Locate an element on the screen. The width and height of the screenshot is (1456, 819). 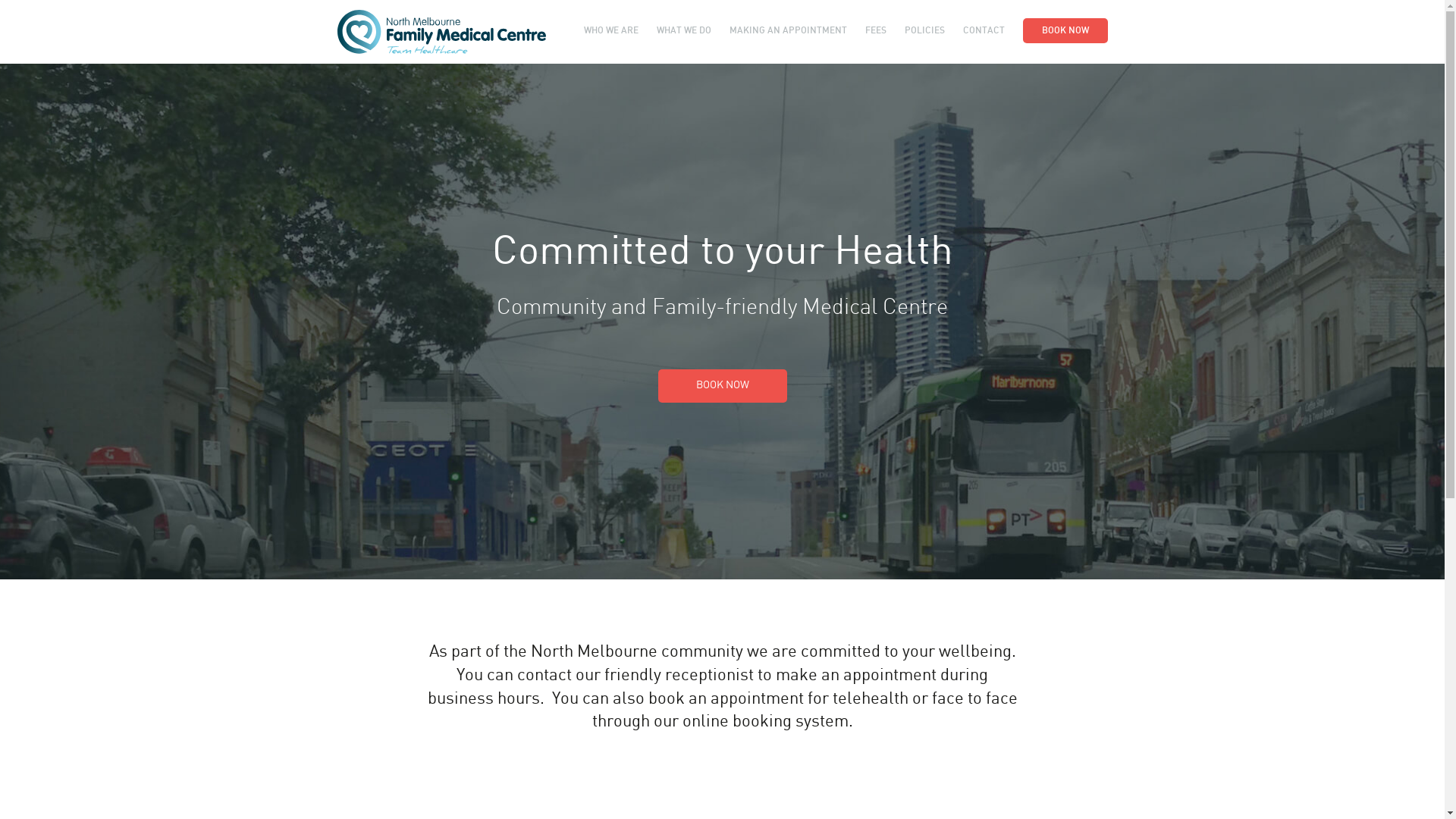
'BOOK NOW' is located at coordinates (1063, 30).